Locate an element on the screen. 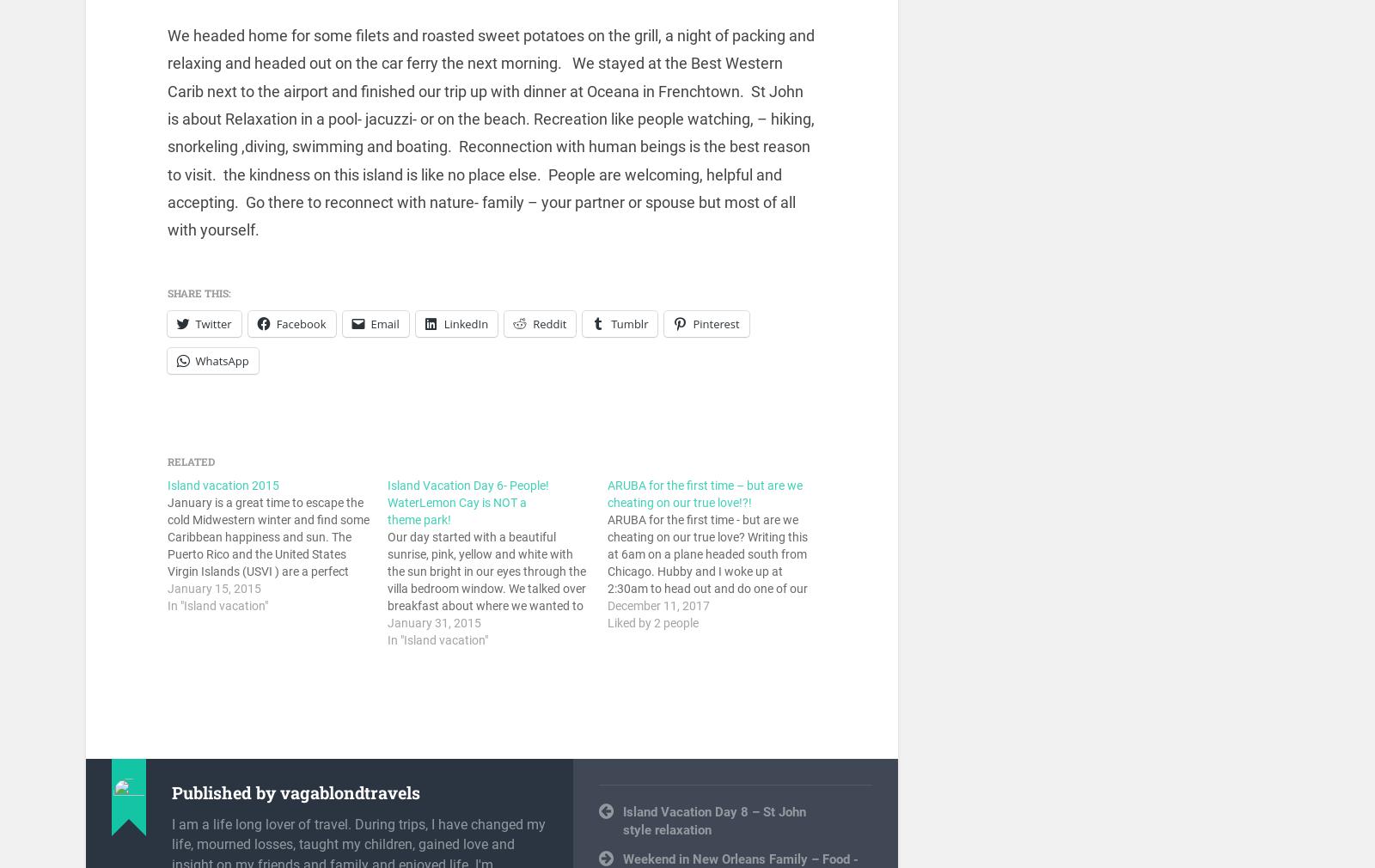  '#islandvacation' is located at coordinates (622, 794).